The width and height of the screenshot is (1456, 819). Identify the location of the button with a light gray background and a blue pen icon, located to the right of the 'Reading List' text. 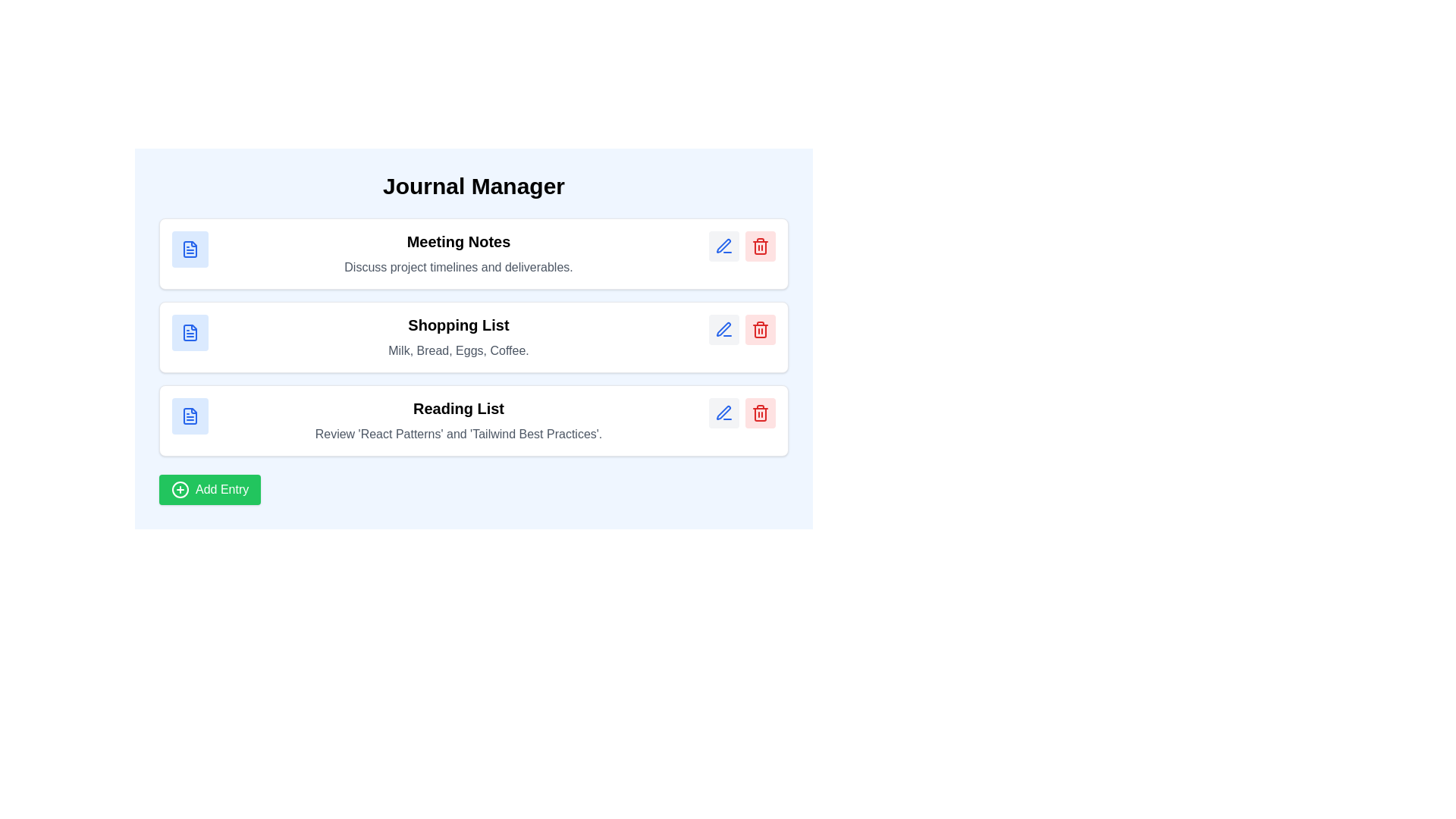
(723, 413).